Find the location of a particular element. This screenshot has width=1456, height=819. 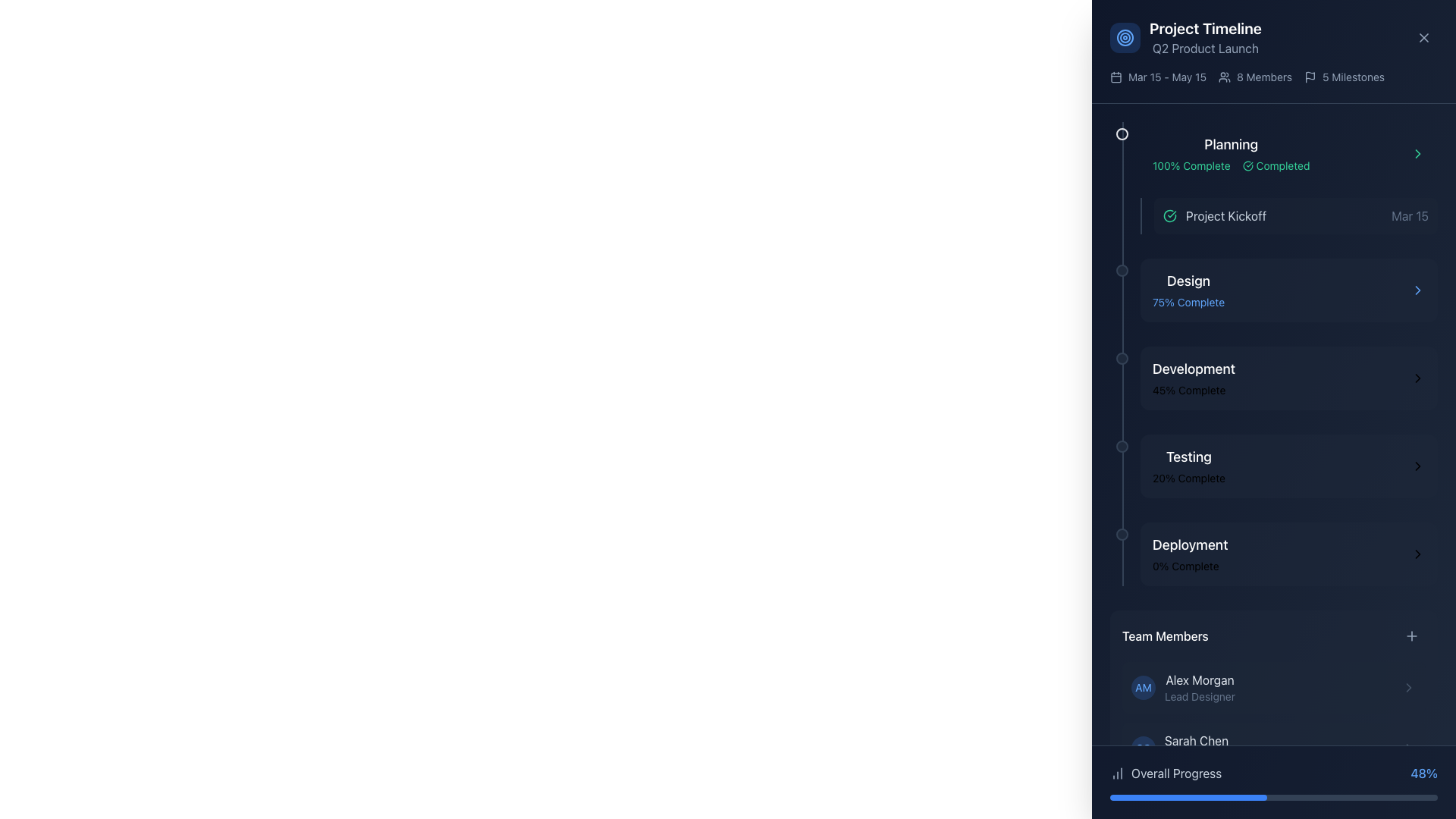

the text label representing the name of a team member located is located at coordinates (1196, 739).